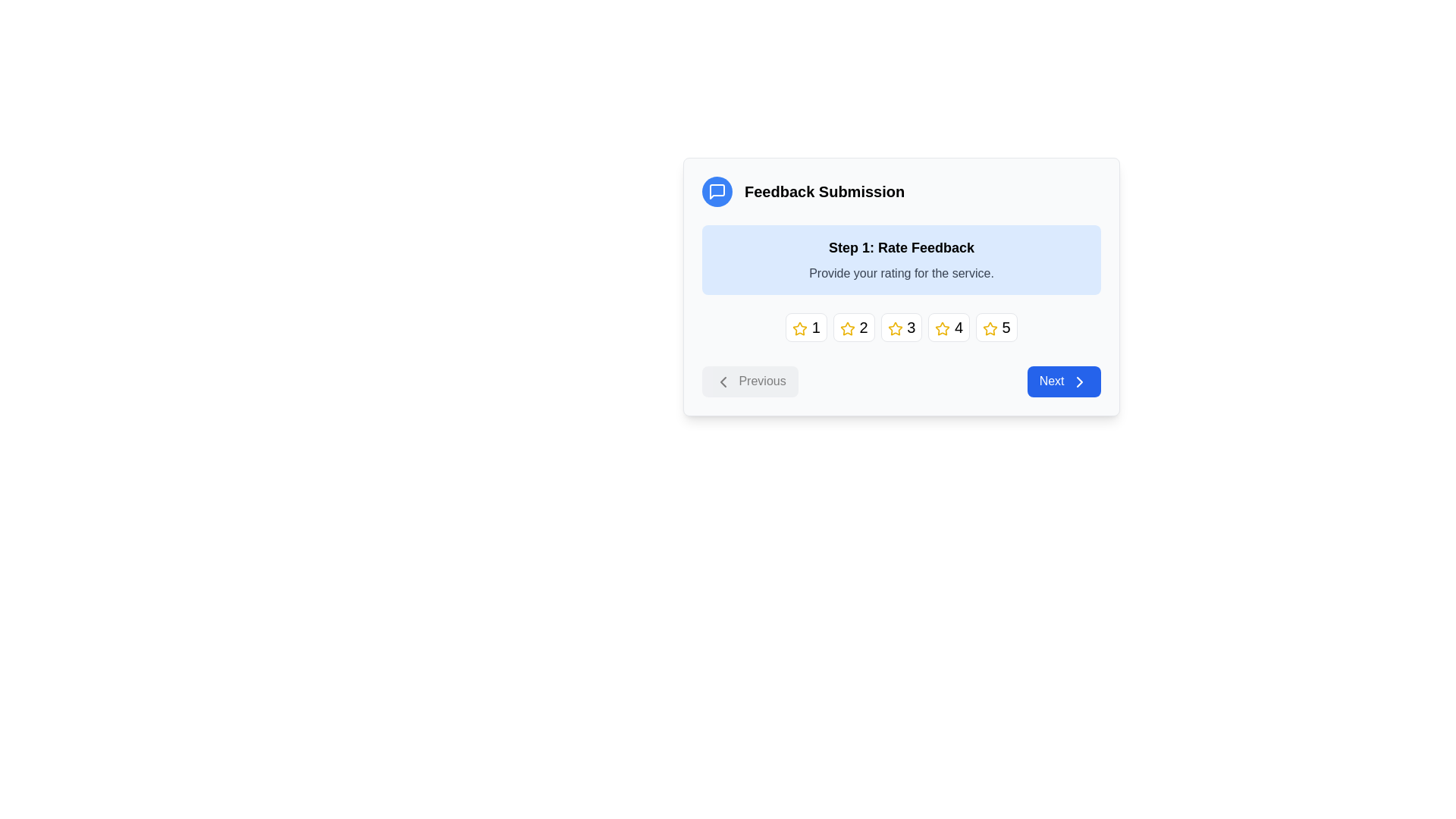 The width and height of the screenshot is (1456, 819). What do you see at coordinates (1079, 380) in the screenshot?
I see `the decorative chevron icon indicating progression to the next step in the feedback submission process` at bounding box center [1079, 380].